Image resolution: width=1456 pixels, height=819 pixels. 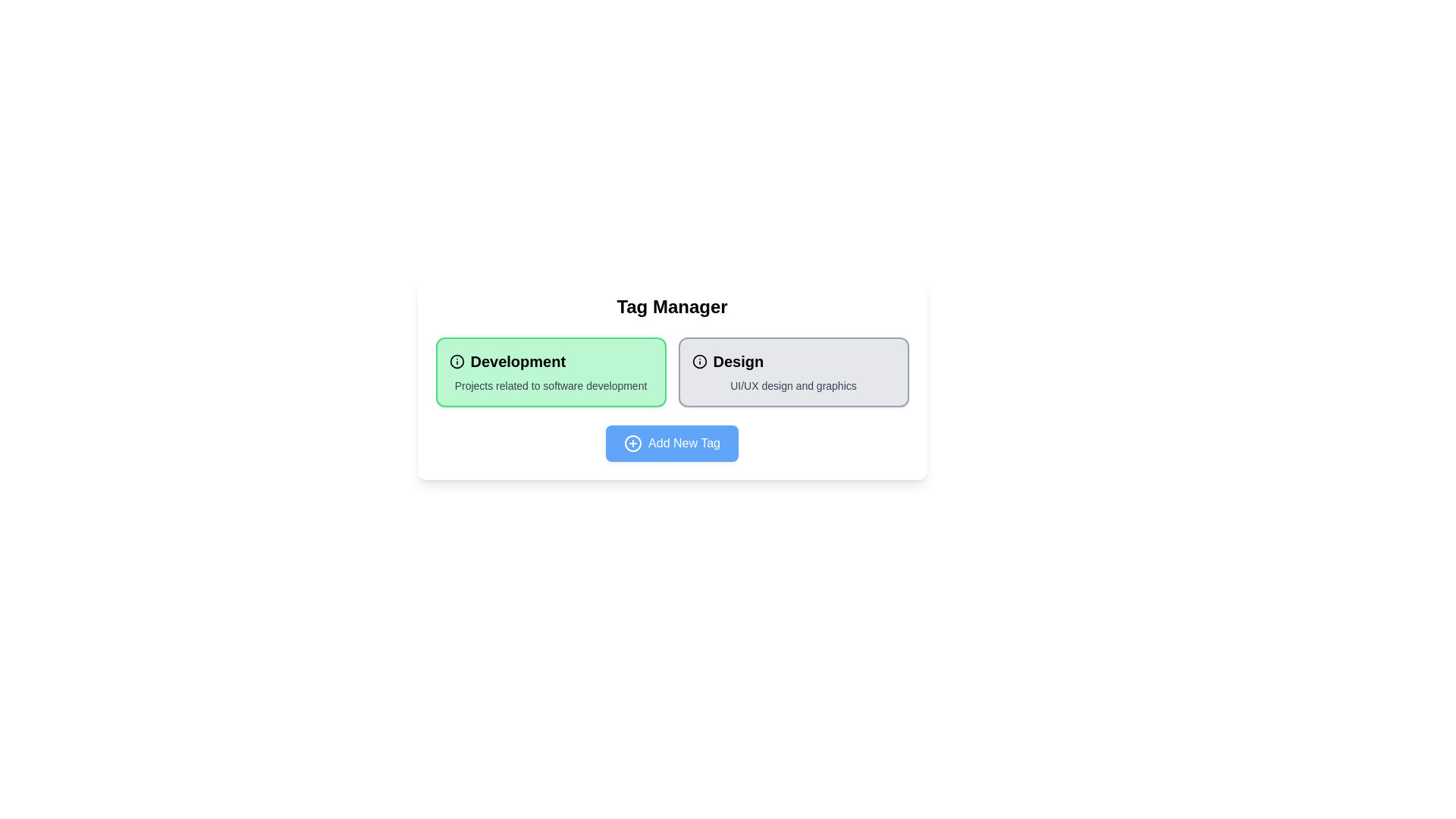 What do you see at coordinates (550, 372) in the screenshot?
I see `the first clickable card in the left column of the two-column grid layout` at bounding box center [550, 372].